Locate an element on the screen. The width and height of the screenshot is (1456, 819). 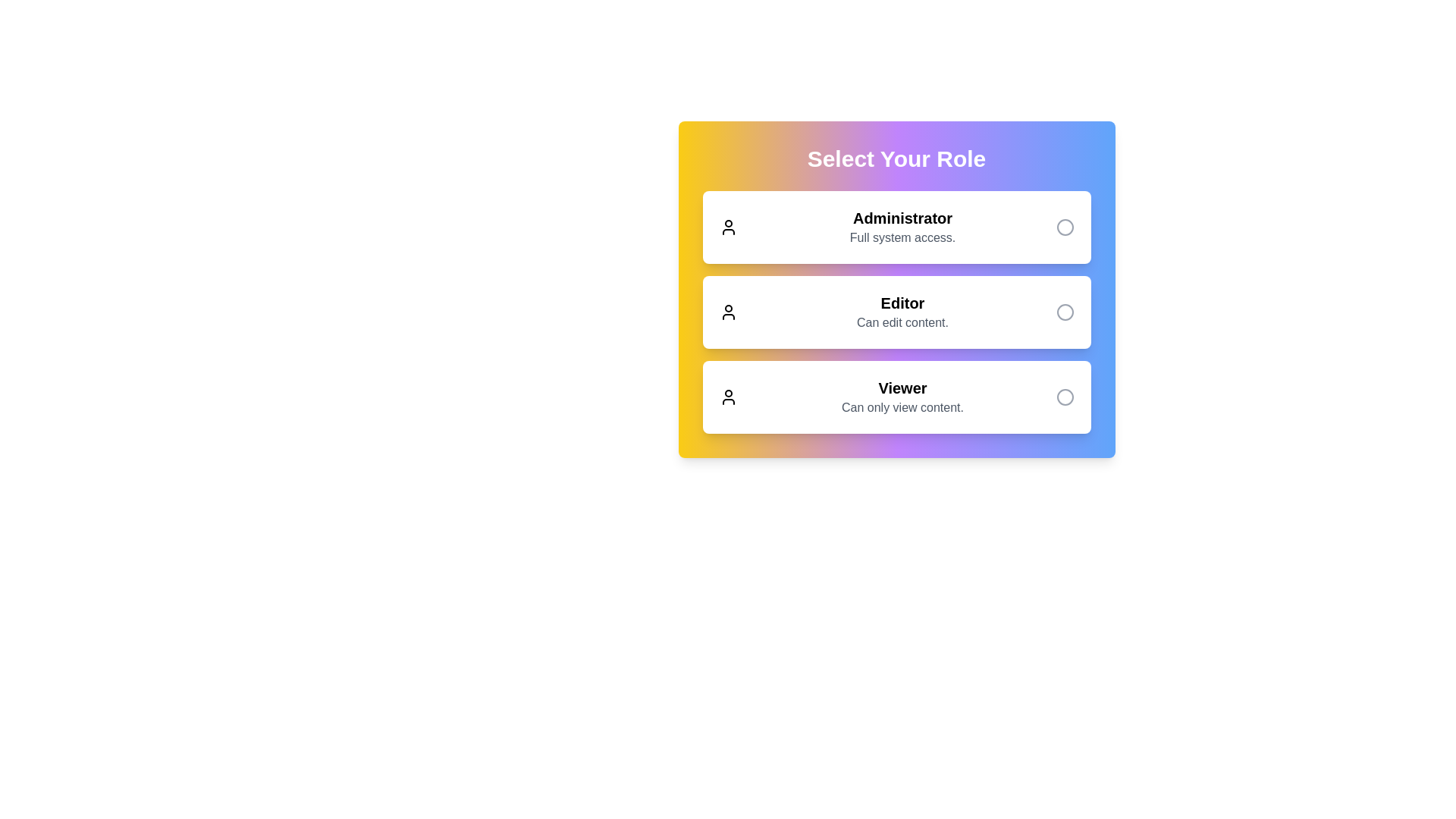
the 'Administrator' radio button, which is the first item in the radio button list styled as a card, located in the 'Select Your Role' panel is located at coordinates (896, 227).